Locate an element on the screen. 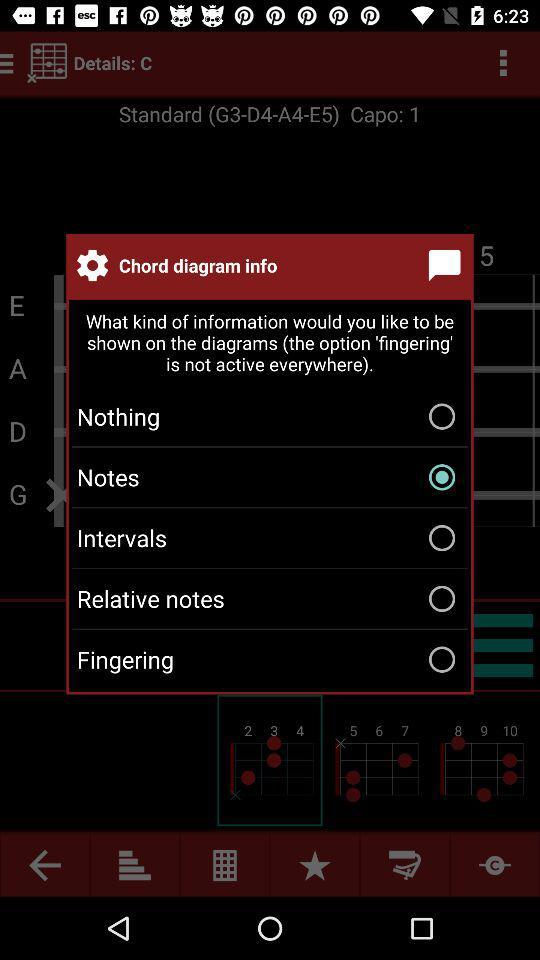 The image size is (540, 960). the icon next to the chord diagram info item is located at coordinates (448, 264).